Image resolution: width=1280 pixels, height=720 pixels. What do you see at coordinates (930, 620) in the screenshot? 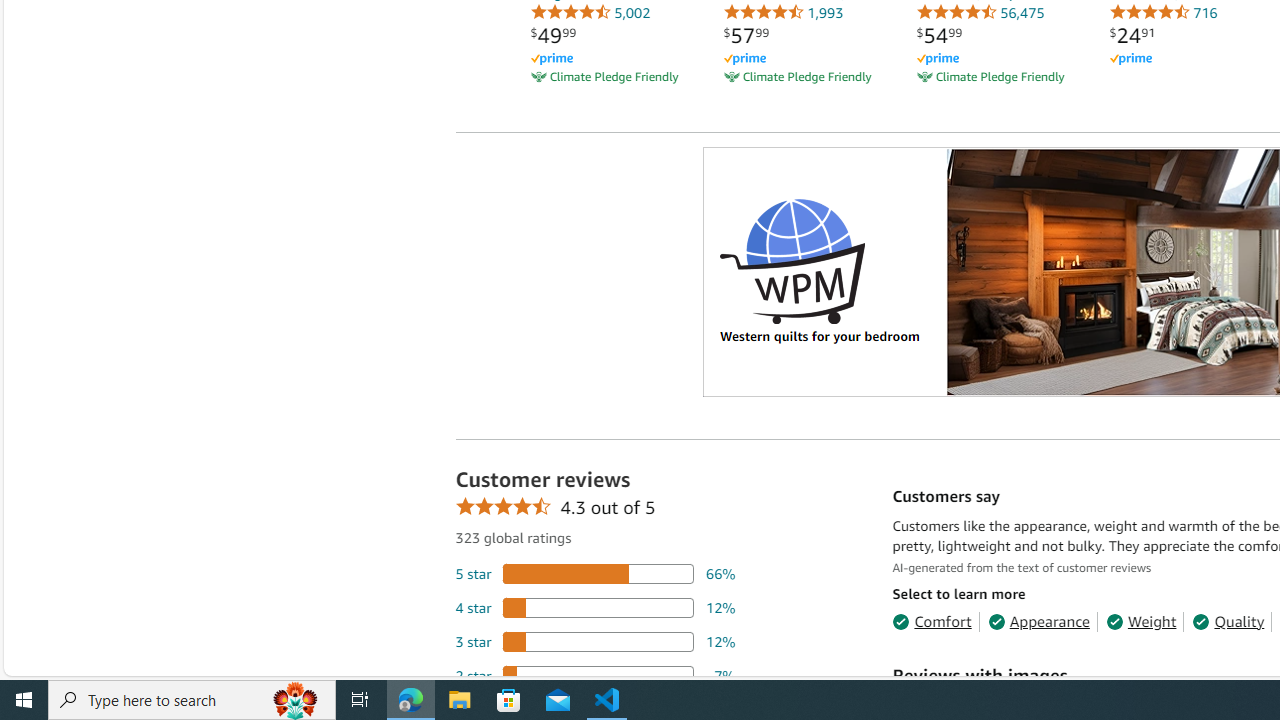
I see `'Comfort'` at bounding box center [930, 620].